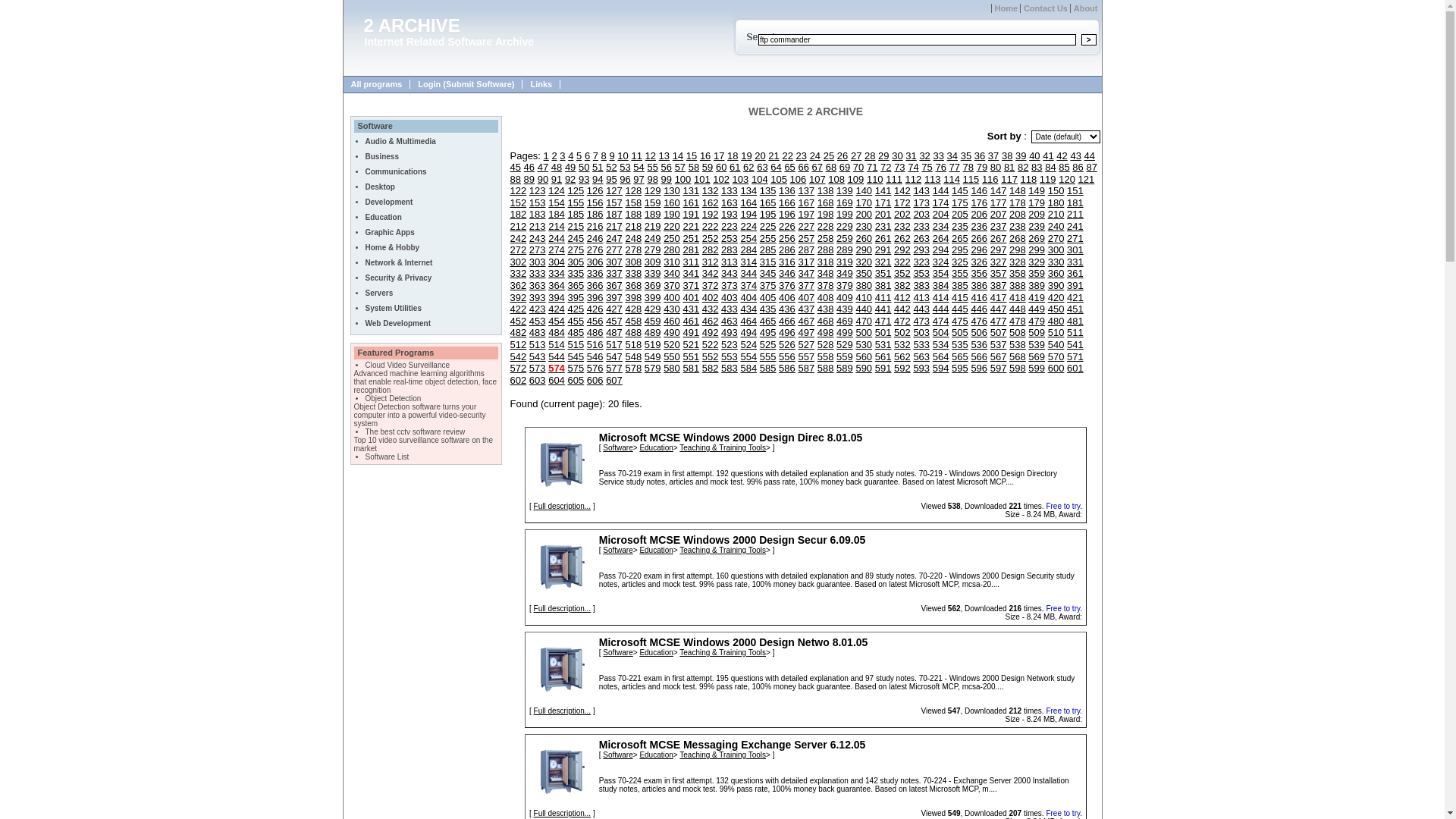  Describe the element at coordinates (614, 261) in the screenshot. I see `'307'` at that location.